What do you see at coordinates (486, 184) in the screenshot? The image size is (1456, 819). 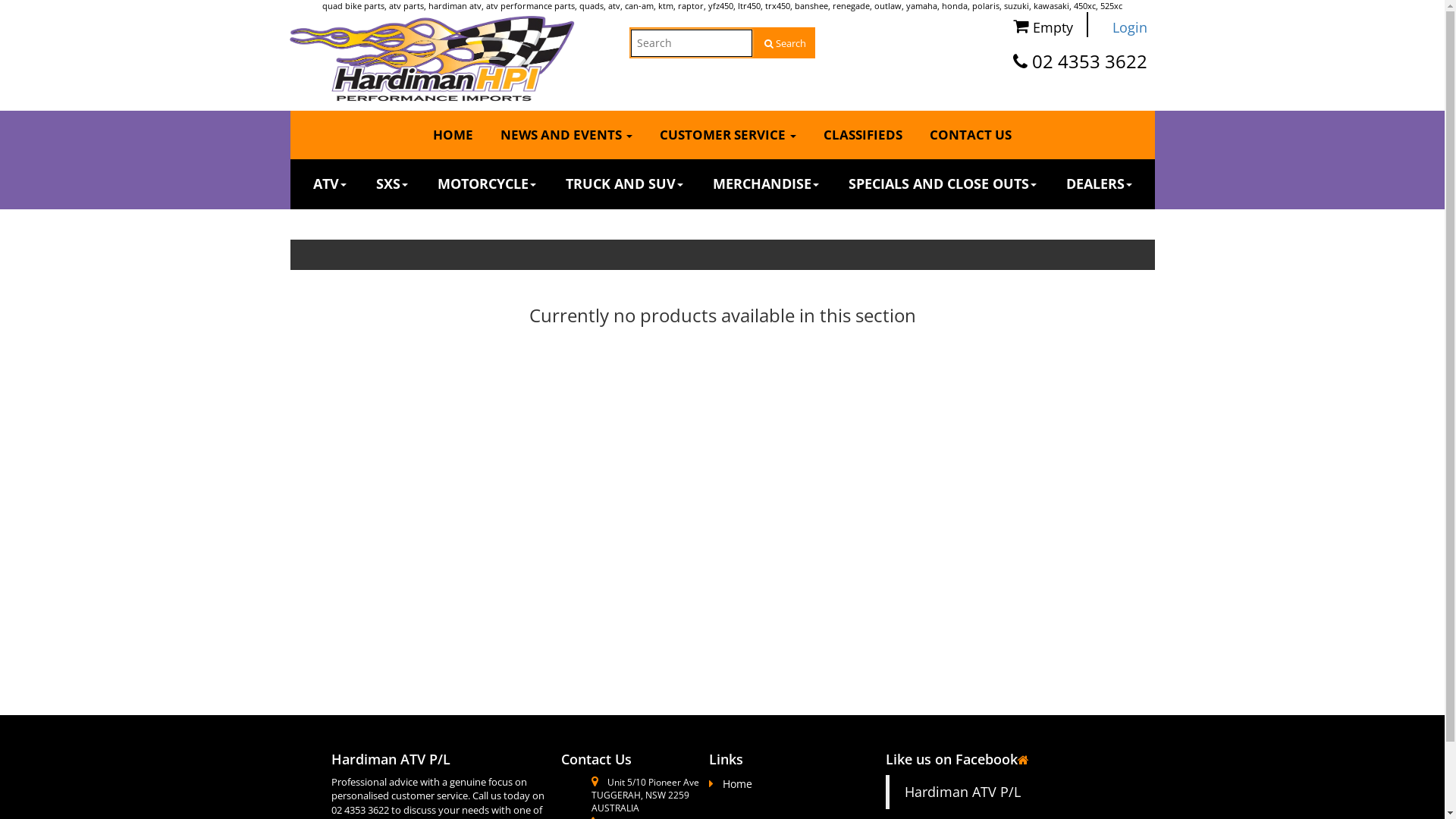 I see `'MOTORCYCLE'` at bounding box center [486, 184].